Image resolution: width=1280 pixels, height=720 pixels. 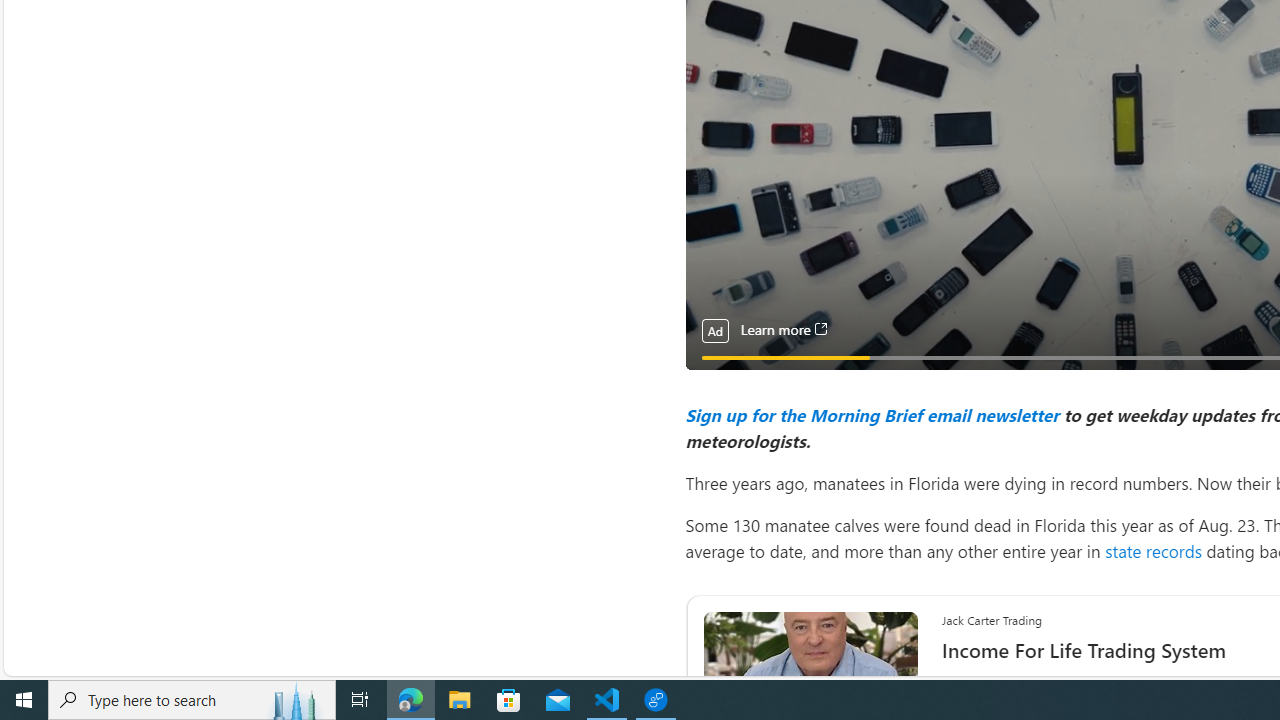 What do you see at coordinates (782, 329) in the screenshot?
I see `'Learn more'` at bounding box center [782, 329].